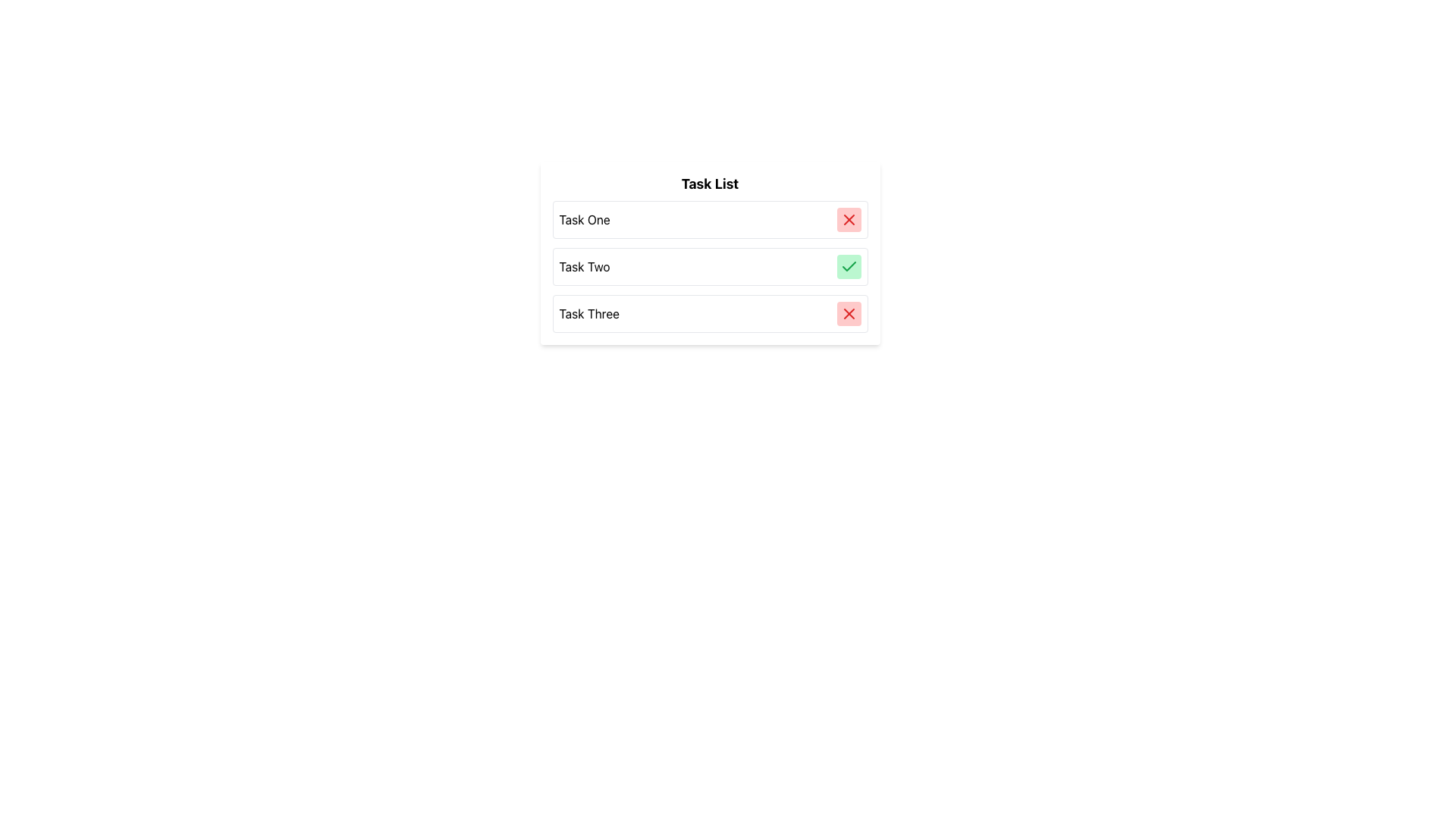 This screenshot has height=819, width=1456. What do you see at coordinates (584, 219) in the screenshot?
I see `the 'Task One' text label, which is styled in black and located at the top of a vertically stacked list, for selection` at bounding box center [584, 219].